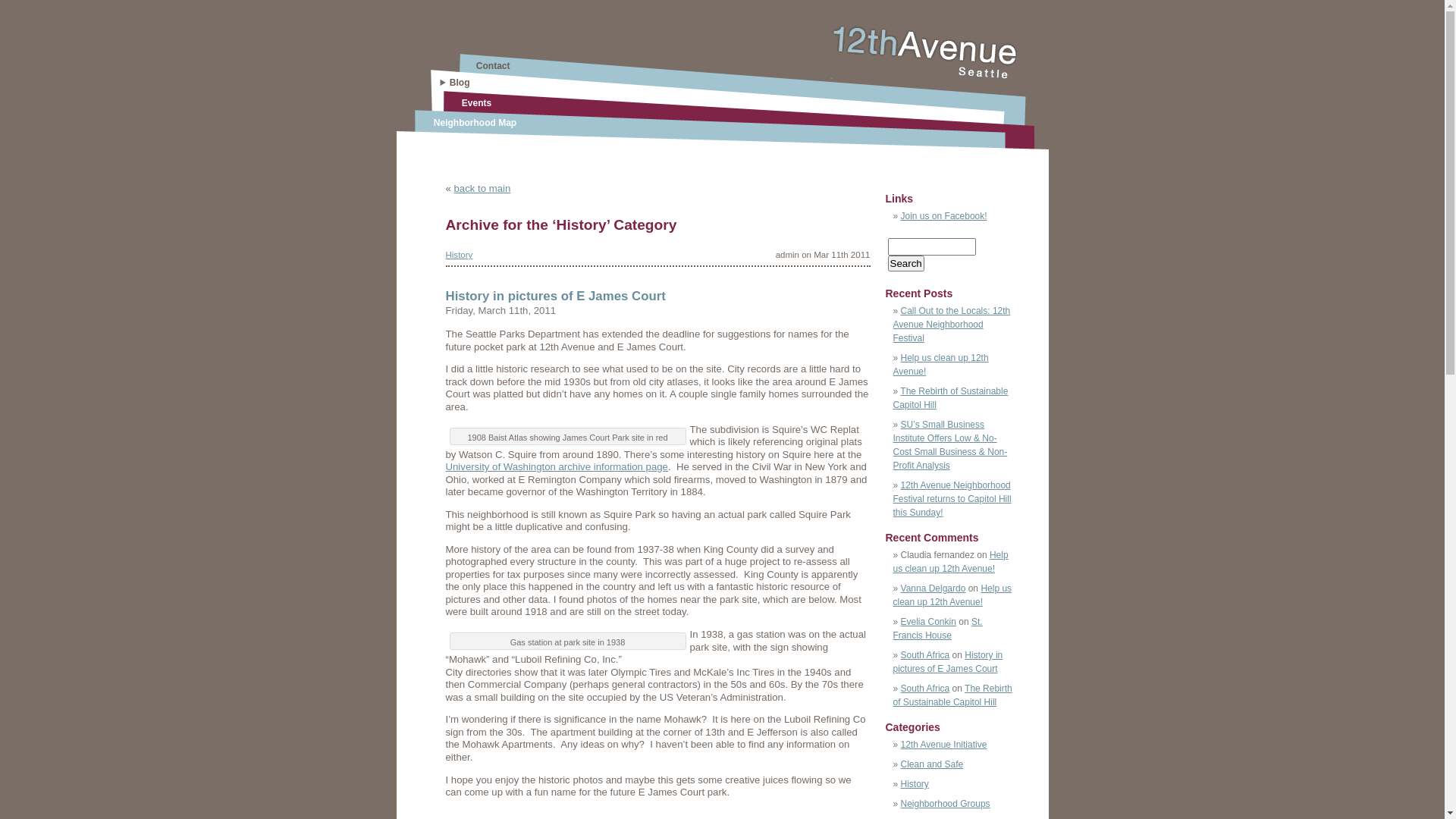  Describe the element at coordinates (943, 216) in the screenshot. I see `'Join us on Facebook!'` at that location.